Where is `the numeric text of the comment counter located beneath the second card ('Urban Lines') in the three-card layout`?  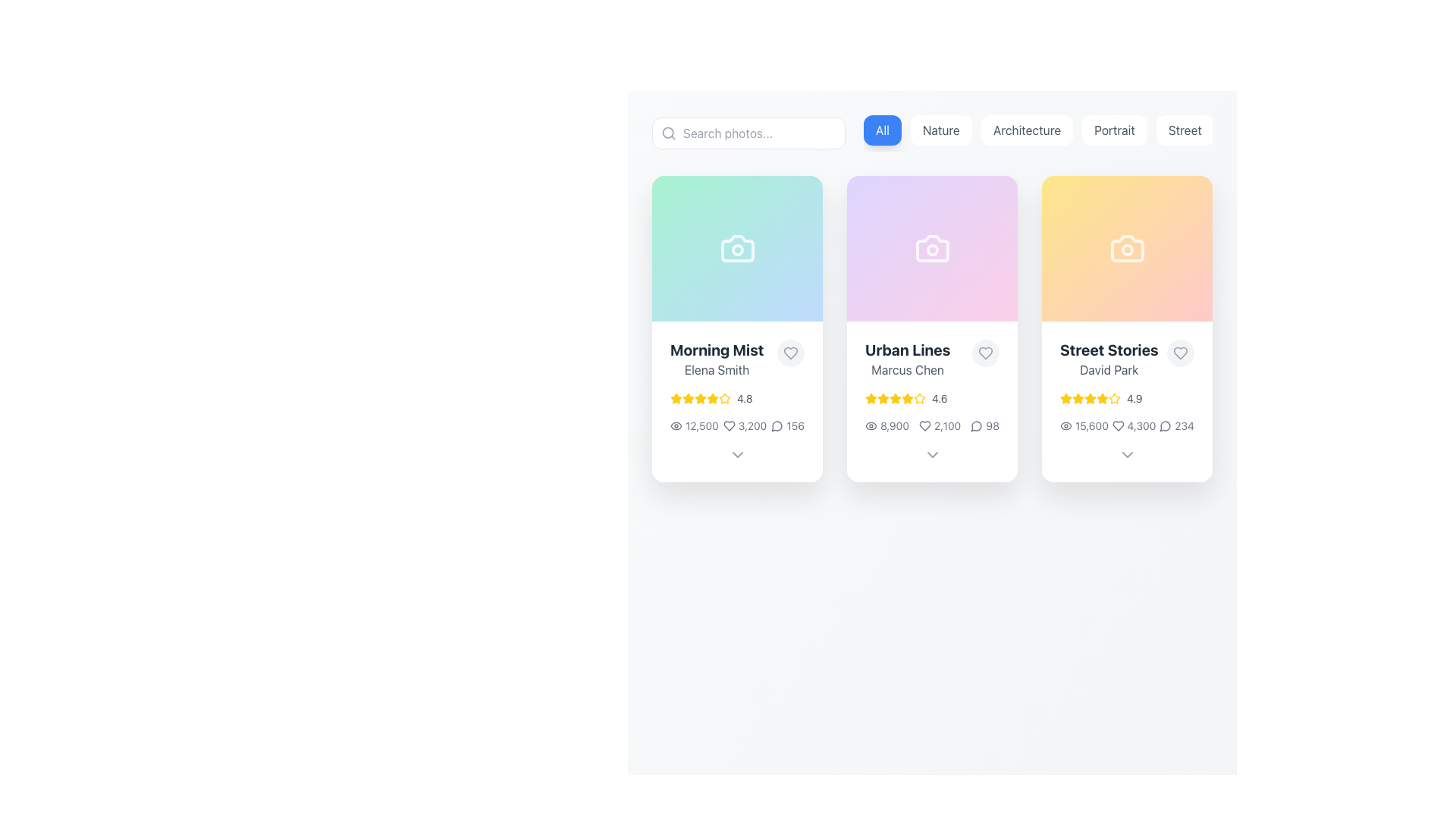 the numeric text of the comment counter located beneath the second card ('Urban Lines') in the three-card layout is located at coordinates (985, 426).